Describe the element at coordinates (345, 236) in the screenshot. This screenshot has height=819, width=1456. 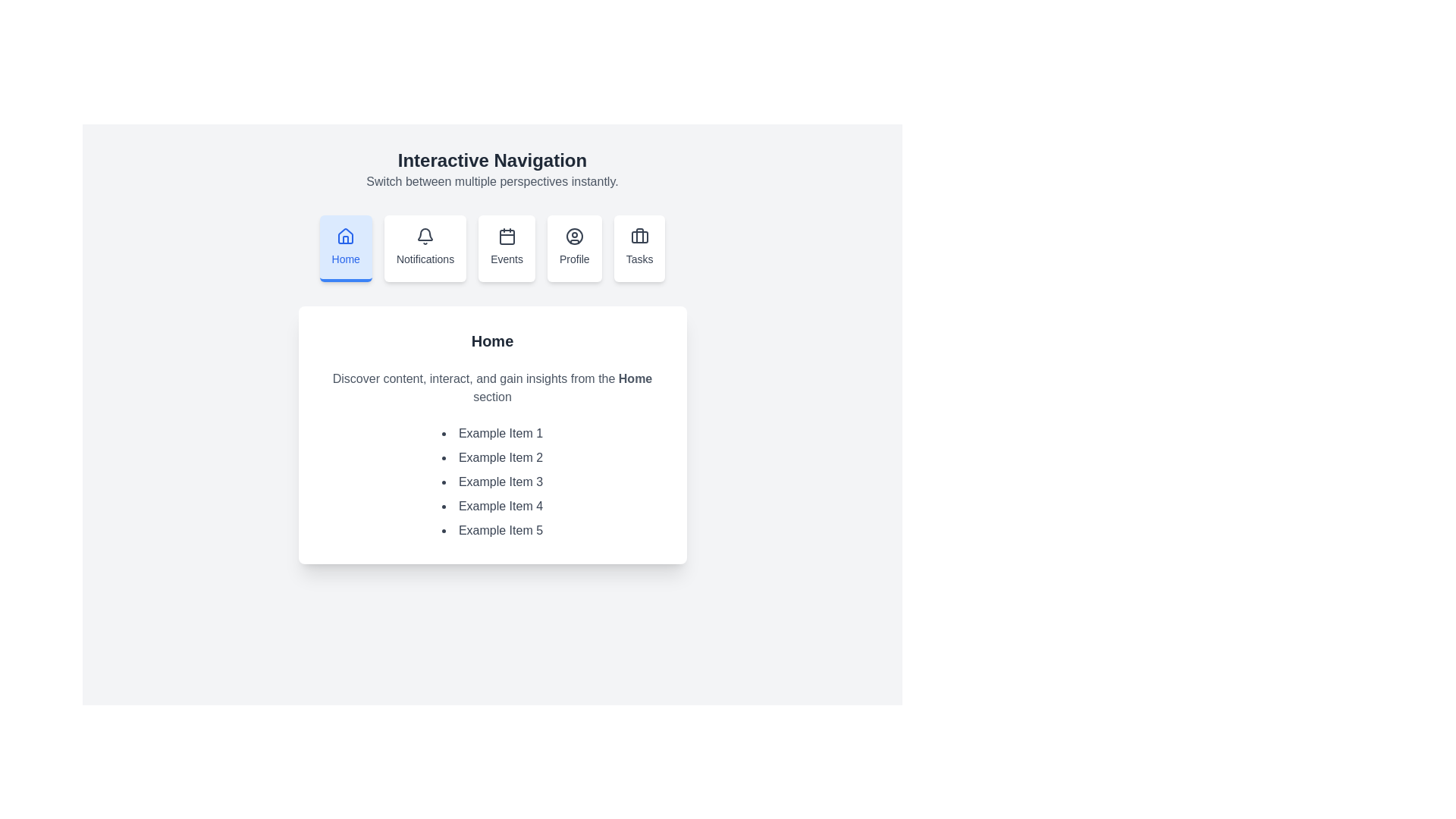
I see `the home icon located in the top-left corner of the navigation menu bar, which is highlighted with a blue background when active` at that location.